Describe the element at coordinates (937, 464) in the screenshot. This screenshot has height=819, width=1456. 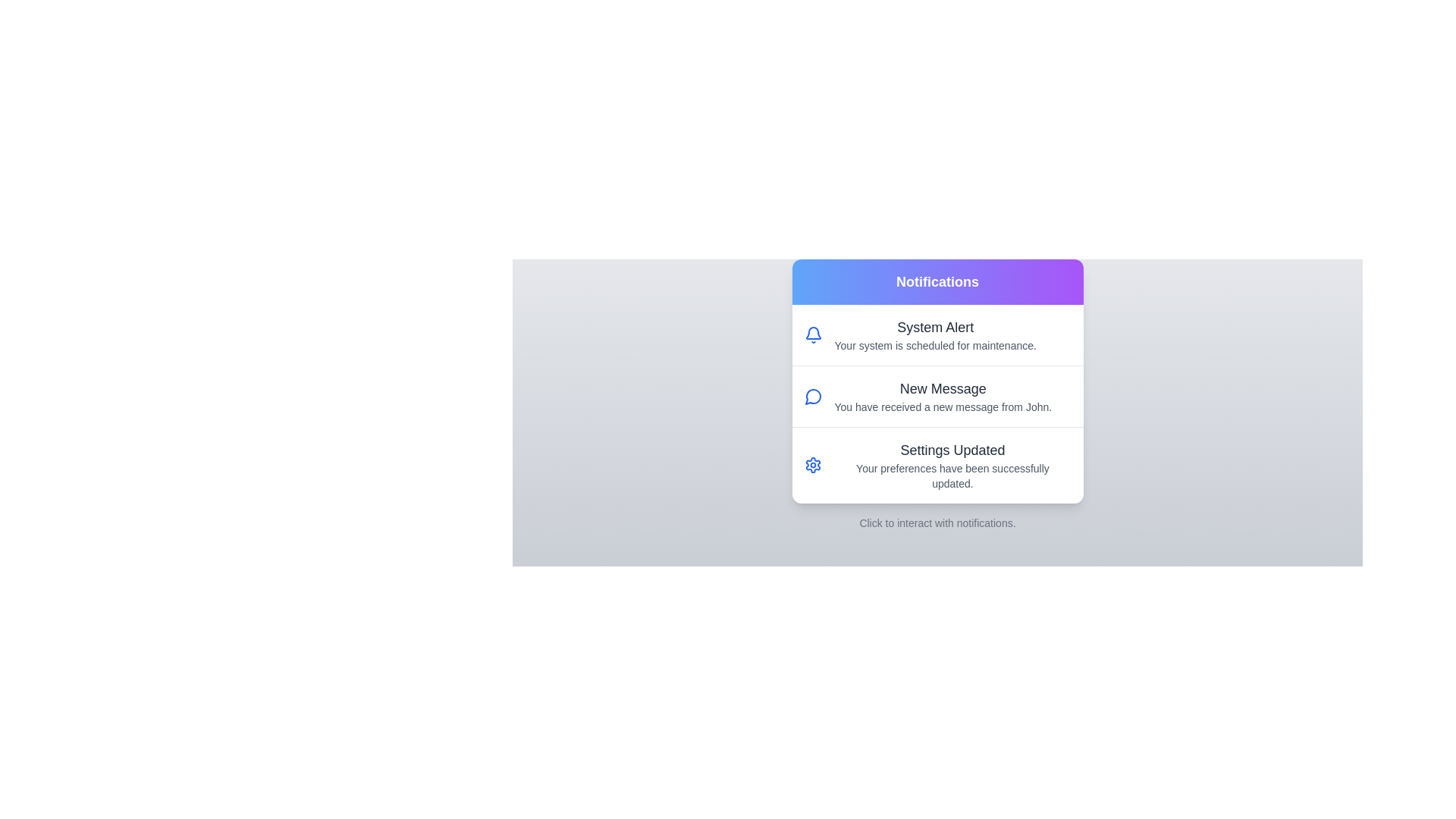
I see `the notification item Settings Updated to highlight it` at that location.